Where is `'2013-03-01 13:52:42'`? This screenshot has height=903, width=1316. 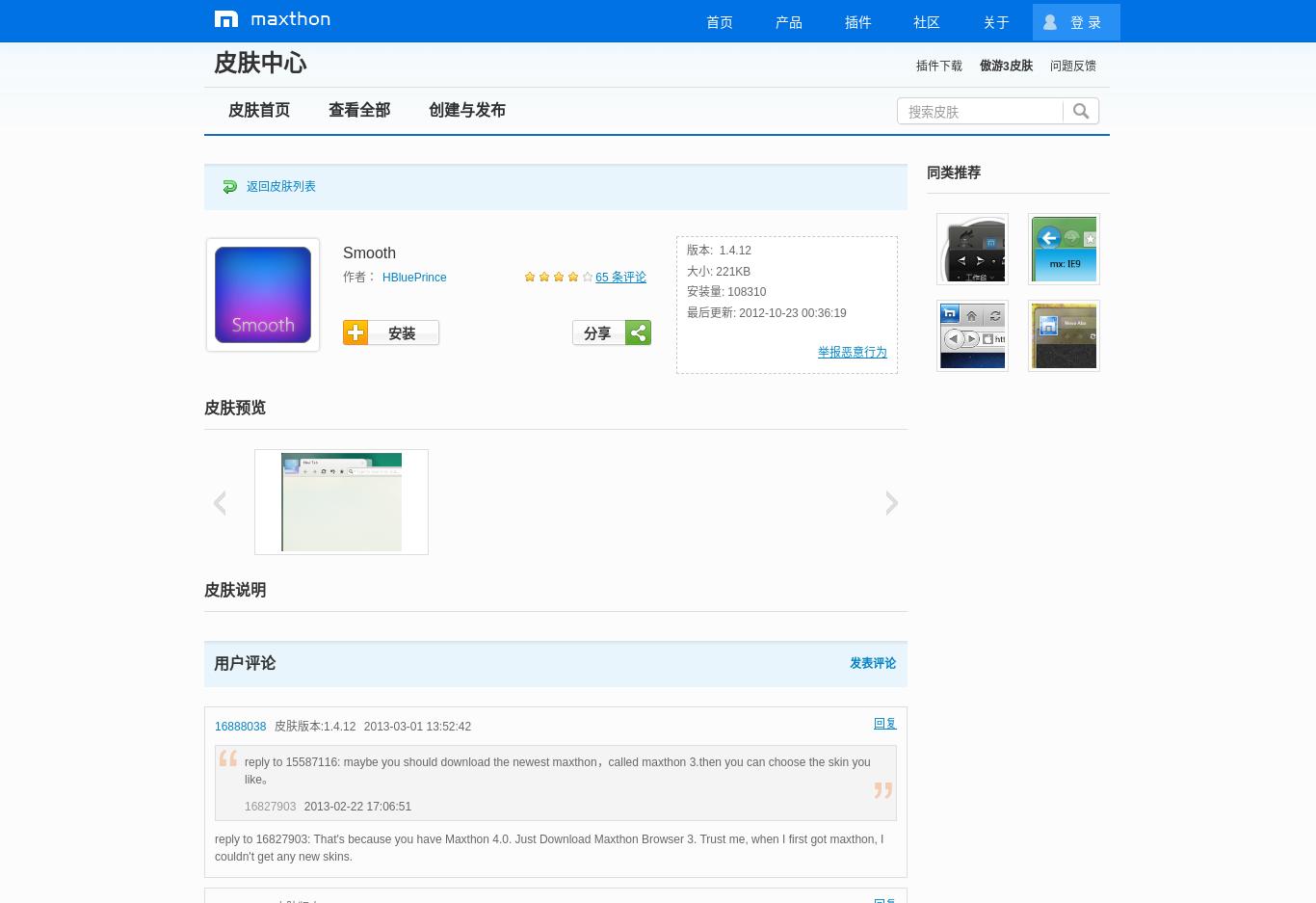
'2013-03-01 13:52:42' is located at coordinates (416, 724).